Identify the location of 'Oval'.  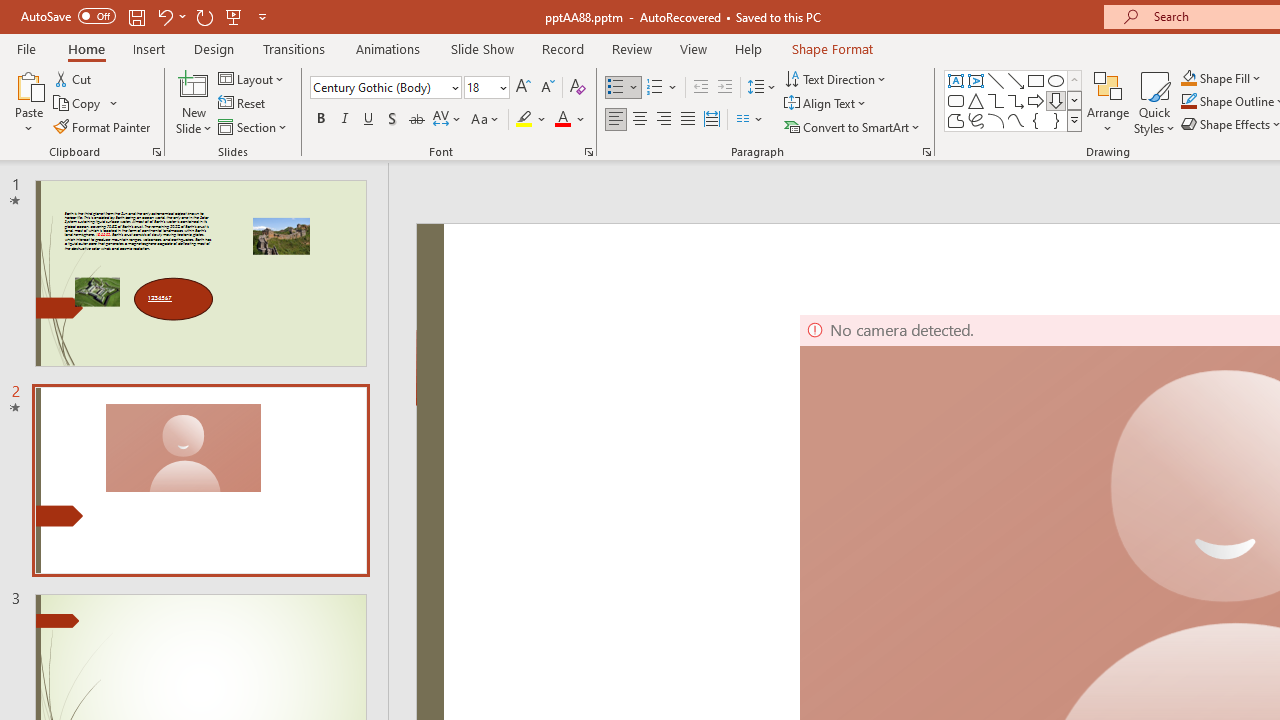
(1055, 80).